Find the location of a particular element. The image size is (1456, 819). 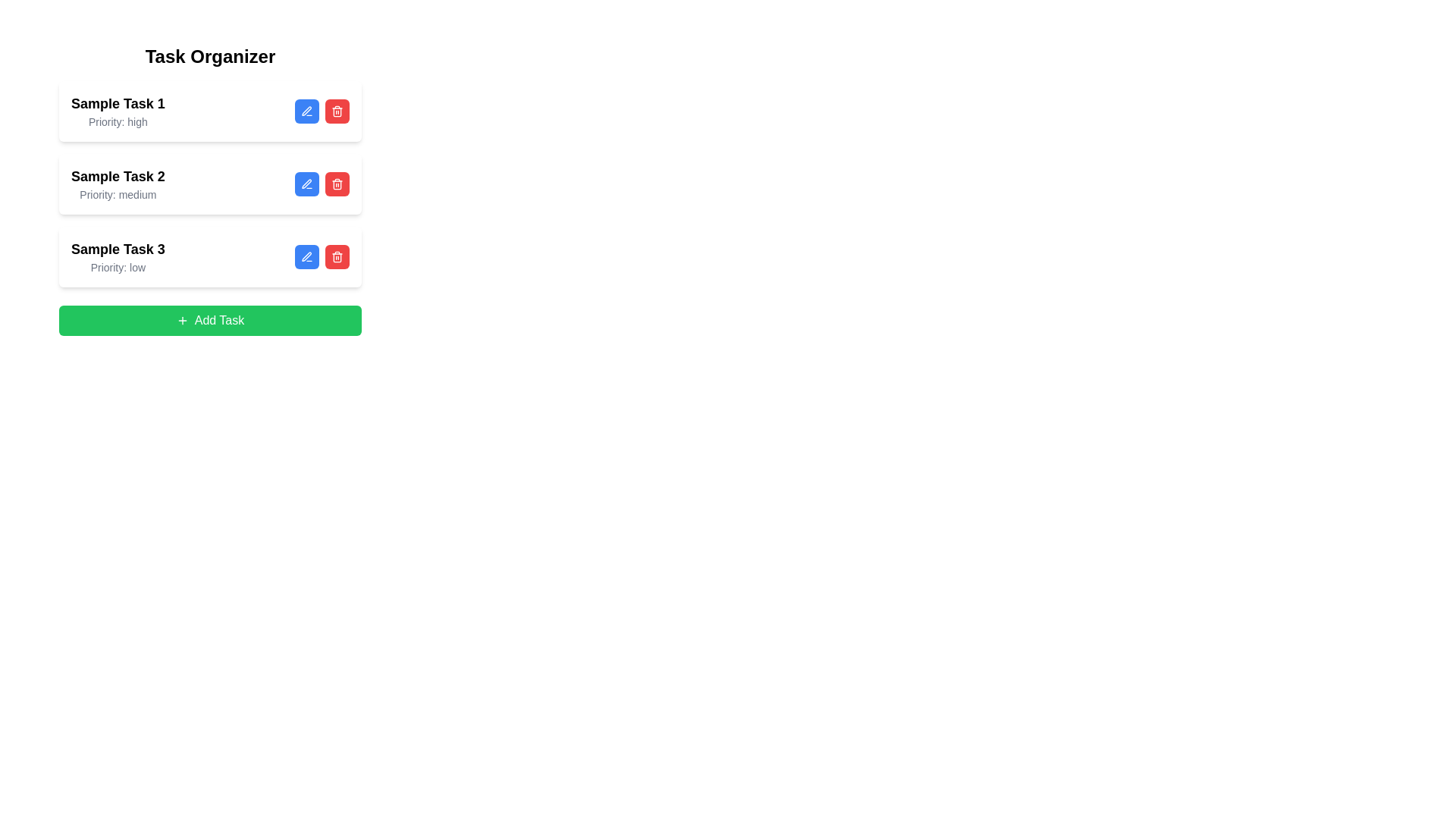

the delete button indicated by the trash can icon, positioned in the second row of the task list, to the right of 'Sample Task 2' and the blue edit button is located at coordinates (337, 184).